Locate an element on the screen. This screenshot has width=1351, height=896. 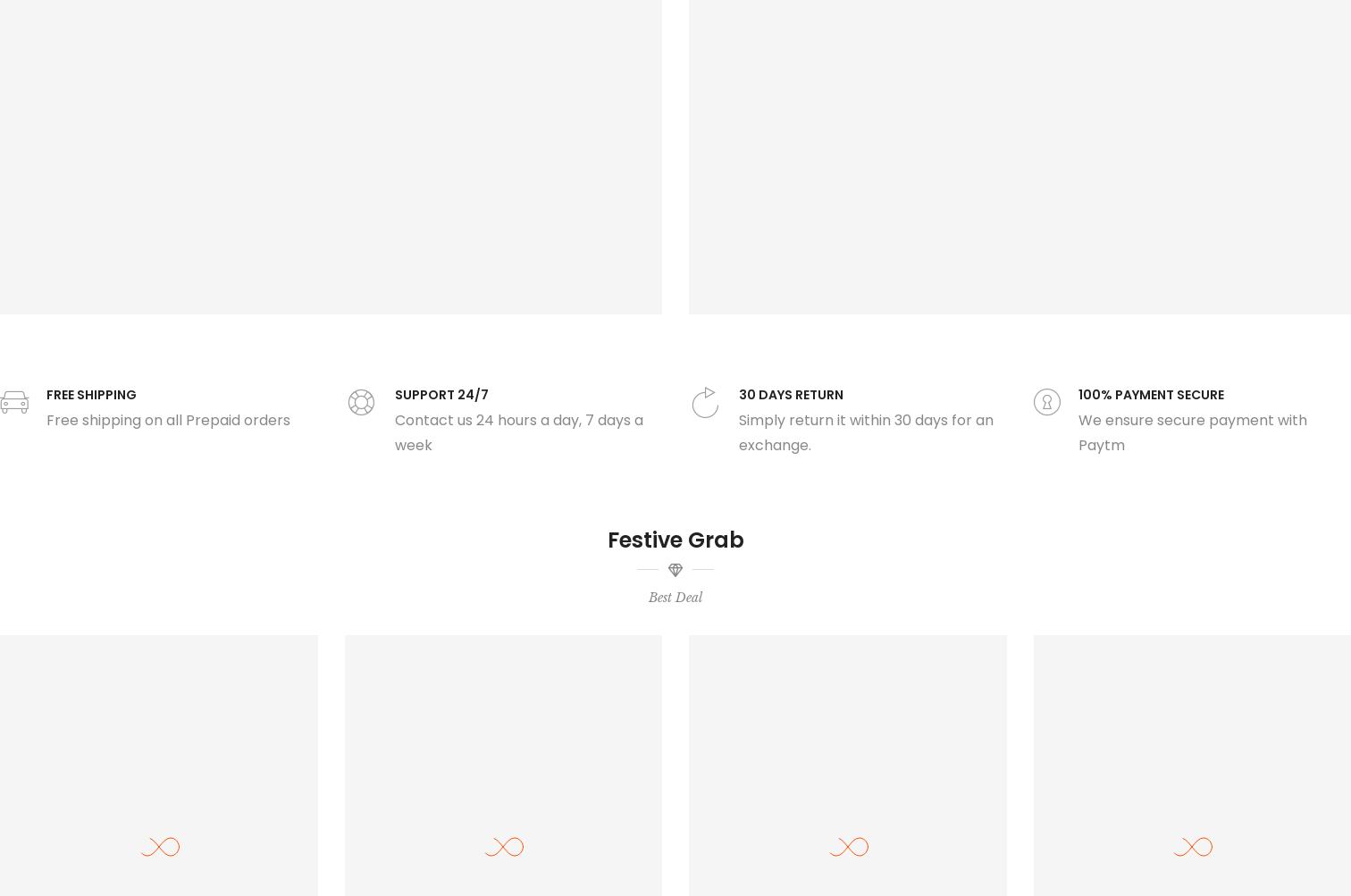
'FREE SHIPPING' is located at coordinates (91, 394).